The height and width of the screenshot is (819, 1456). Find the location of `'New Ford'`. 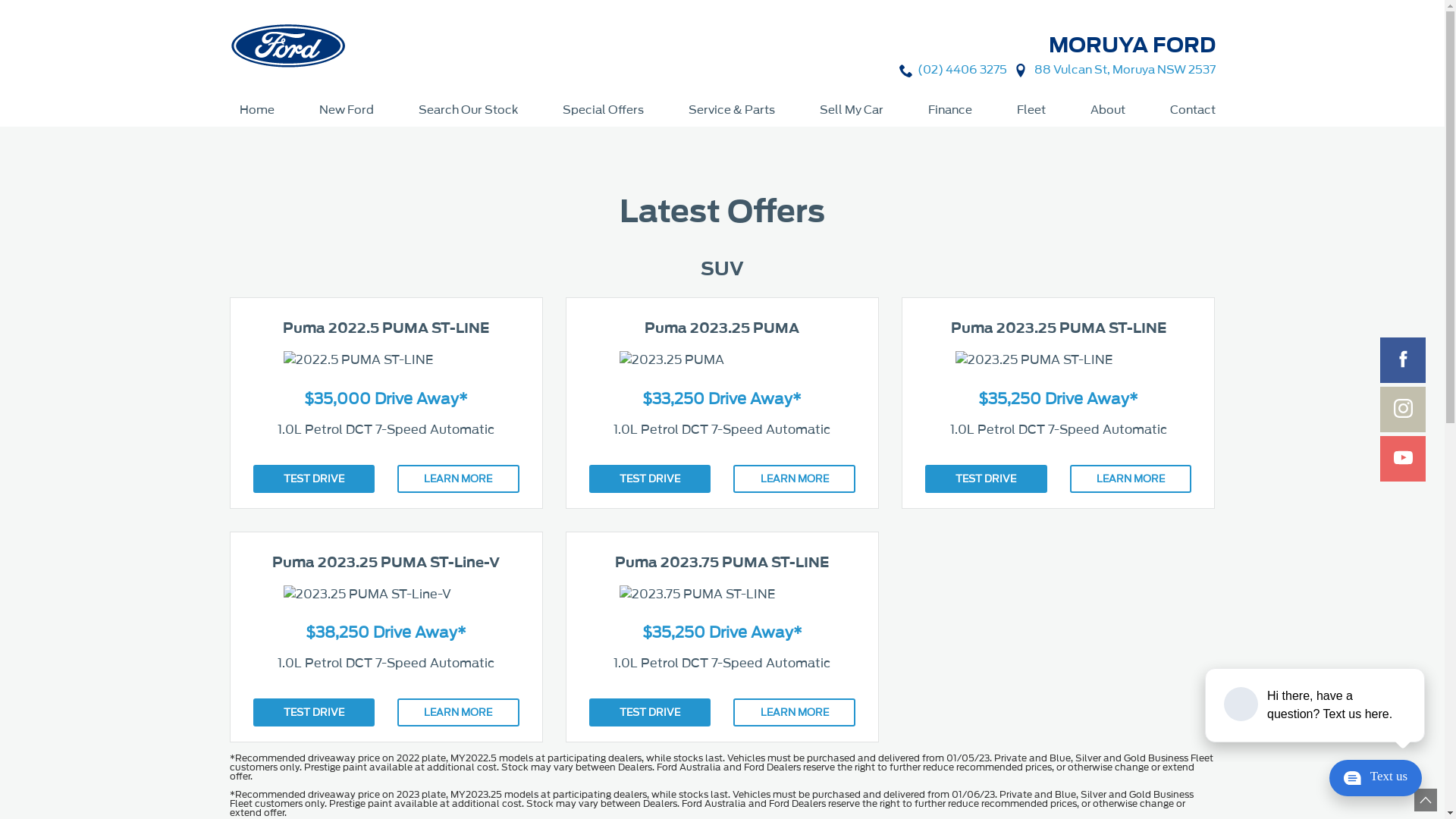

'New Ford' is located at coordinates (309, 109).